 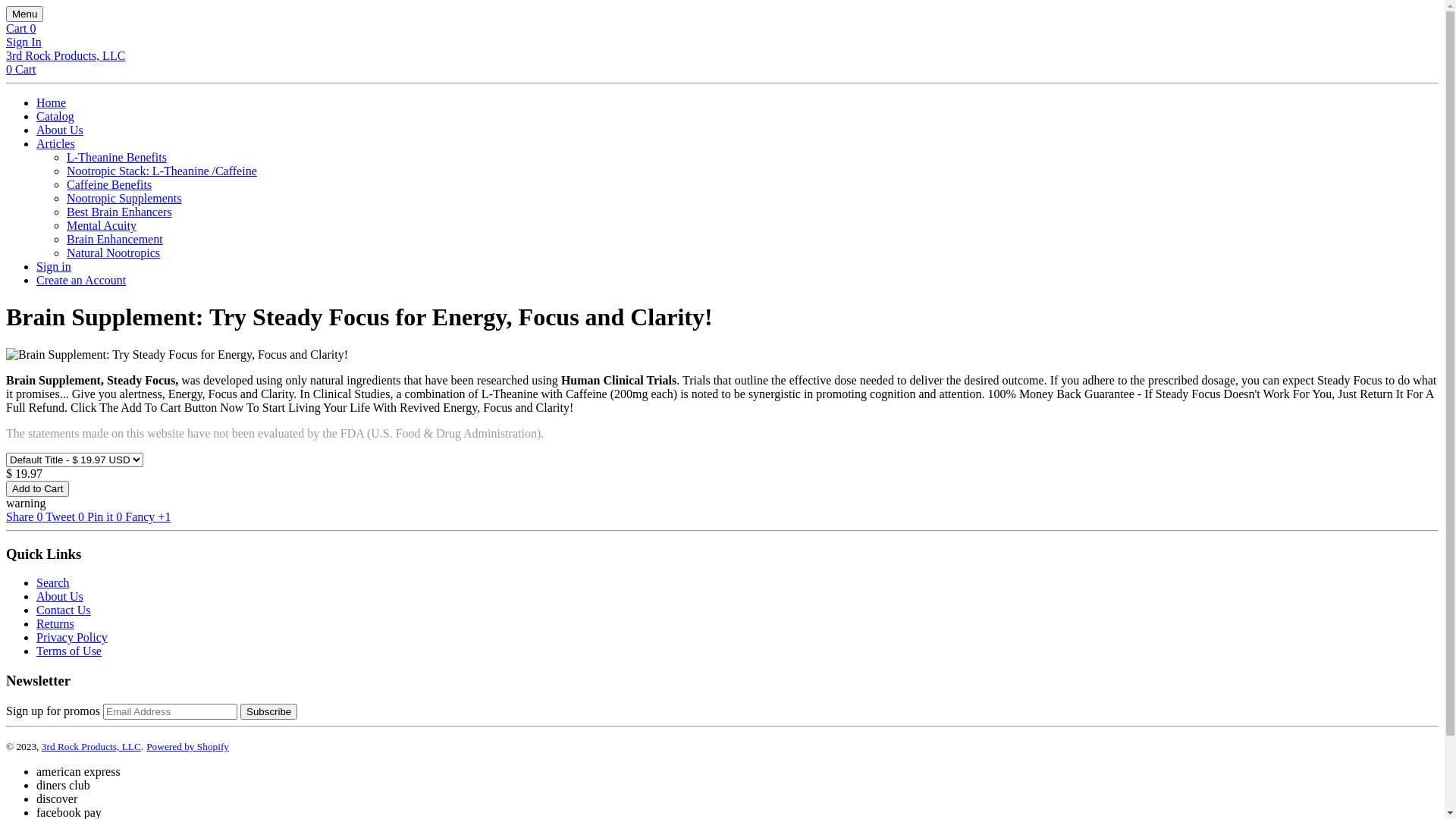 What do you see at coordinates (71, 637) in the screenshot?
I see `'Privacy Policy'` at bounding box center [71, 637].